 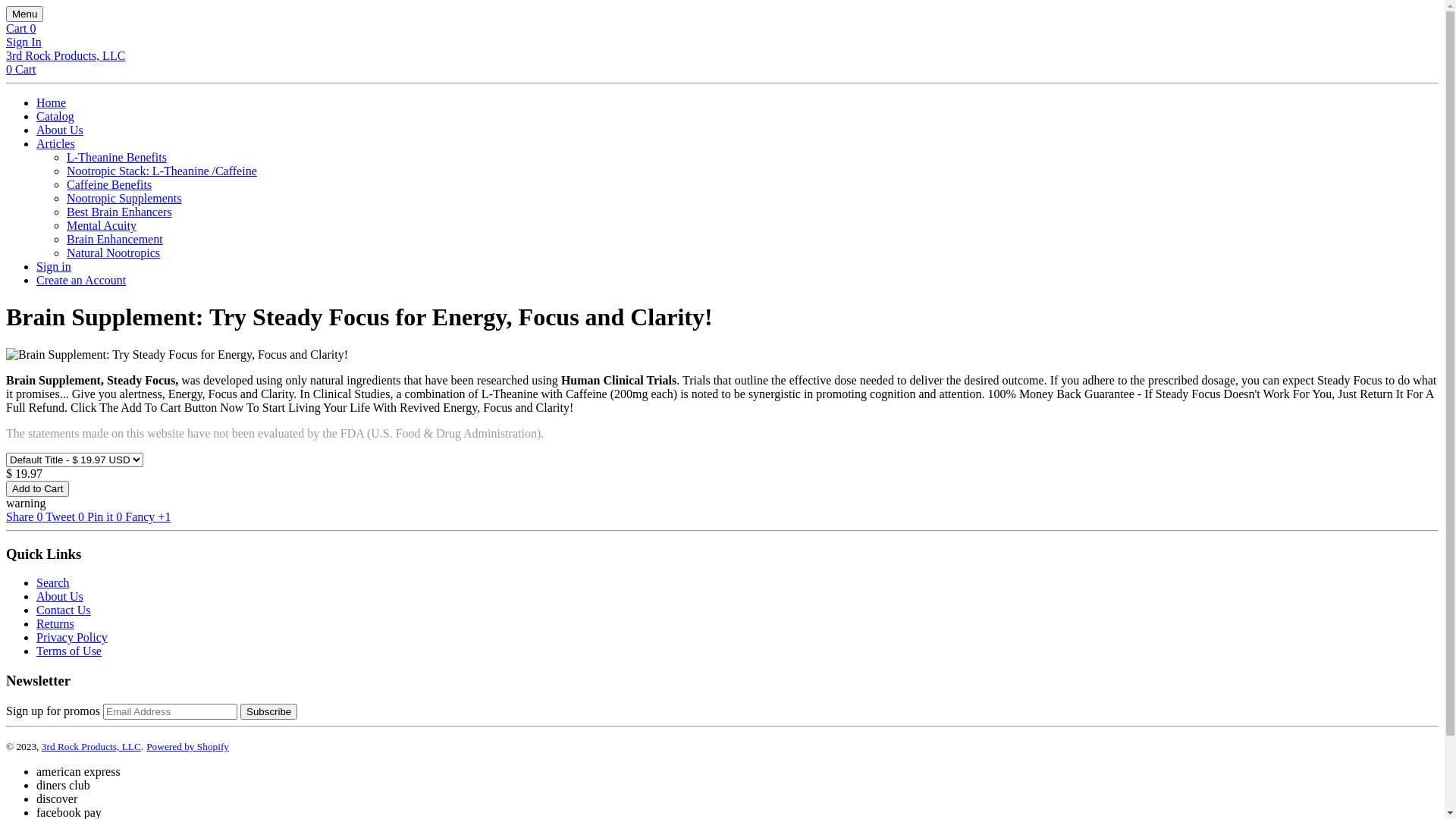 What do you see at coordinates (71, 637) in the screenshot?
I see `'Privacy Policy'` at bounding box center [71, 637].